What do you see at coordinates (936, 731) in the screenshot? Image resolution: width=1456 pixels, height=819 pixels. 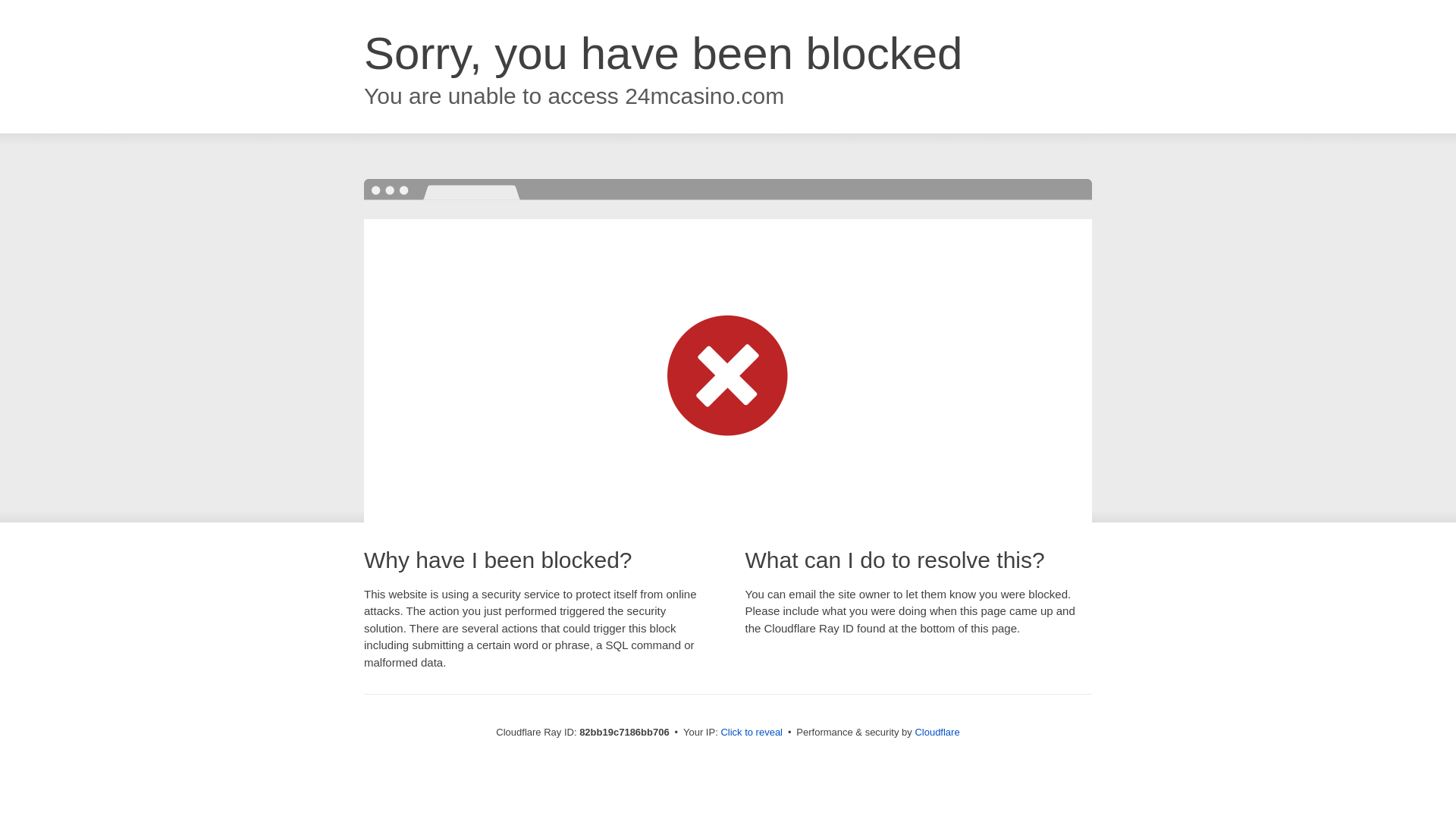 I see `'Cloudflare'` at bounding box center [936, 731].